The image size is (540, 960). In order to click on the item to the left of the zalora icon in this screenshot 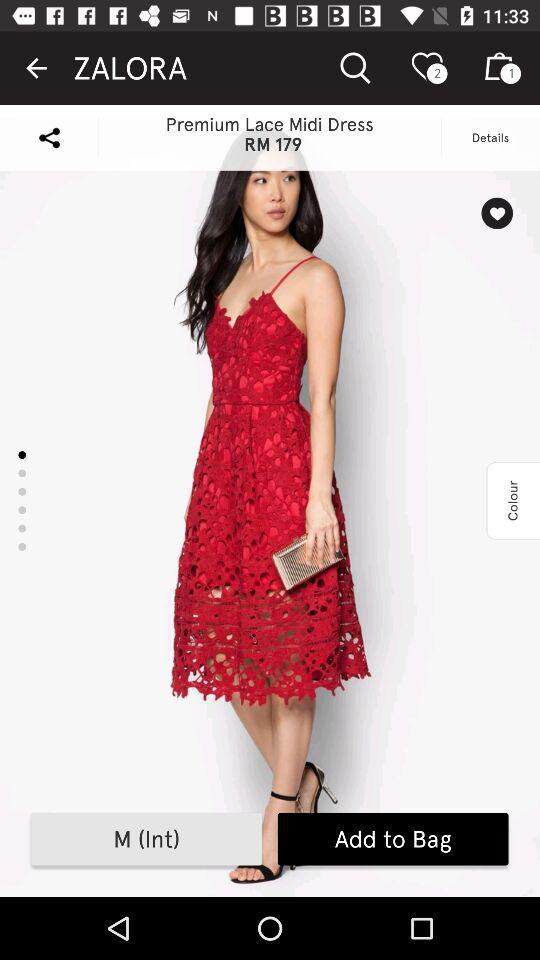, I will do `click(36, 68)`.